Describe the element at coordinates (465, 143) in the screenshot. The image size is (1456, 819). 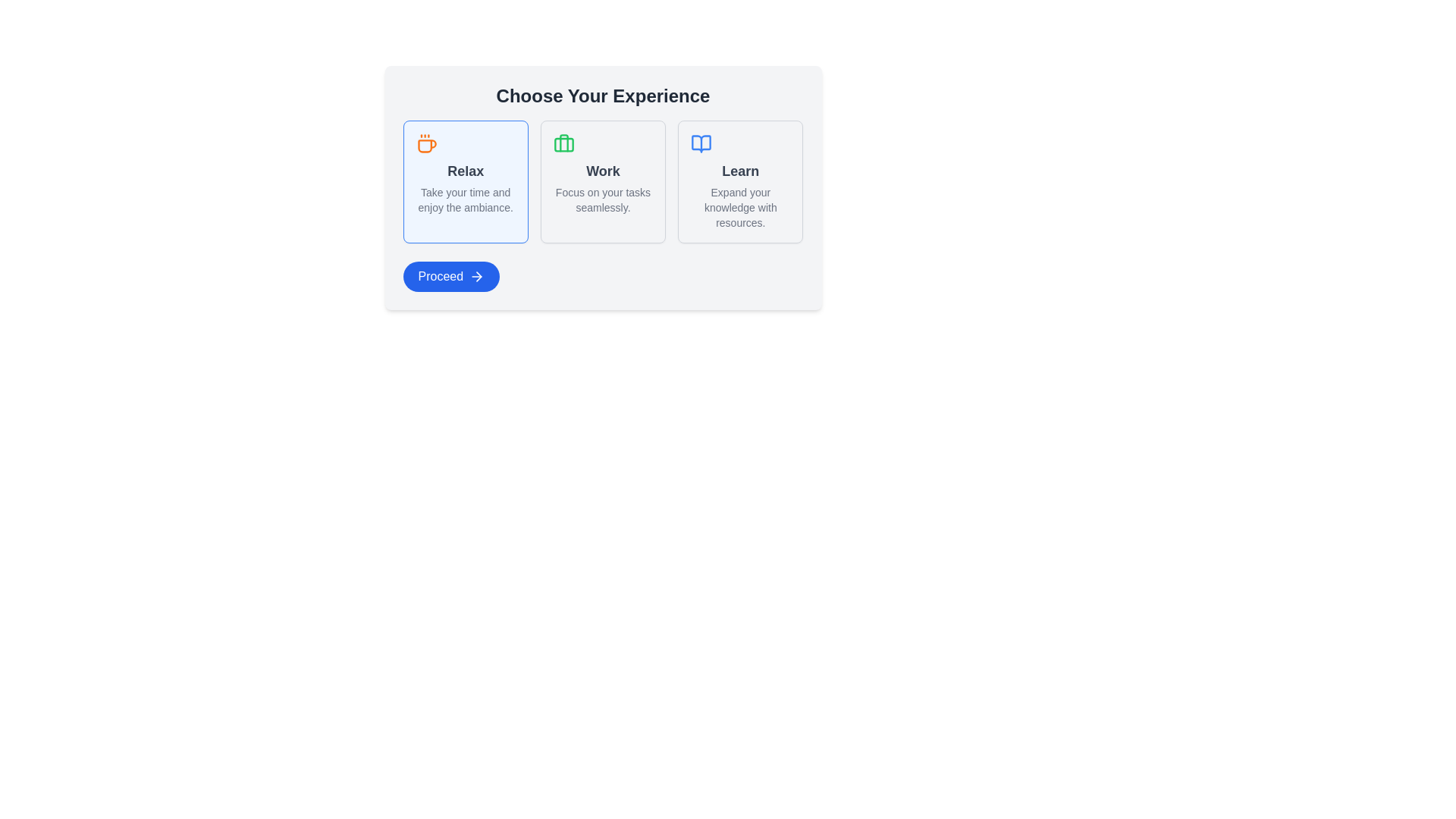
I see `the coffee cup icon representing the 'Relax' option, positioned in the top left corner of the 'Relax' box` at that location.